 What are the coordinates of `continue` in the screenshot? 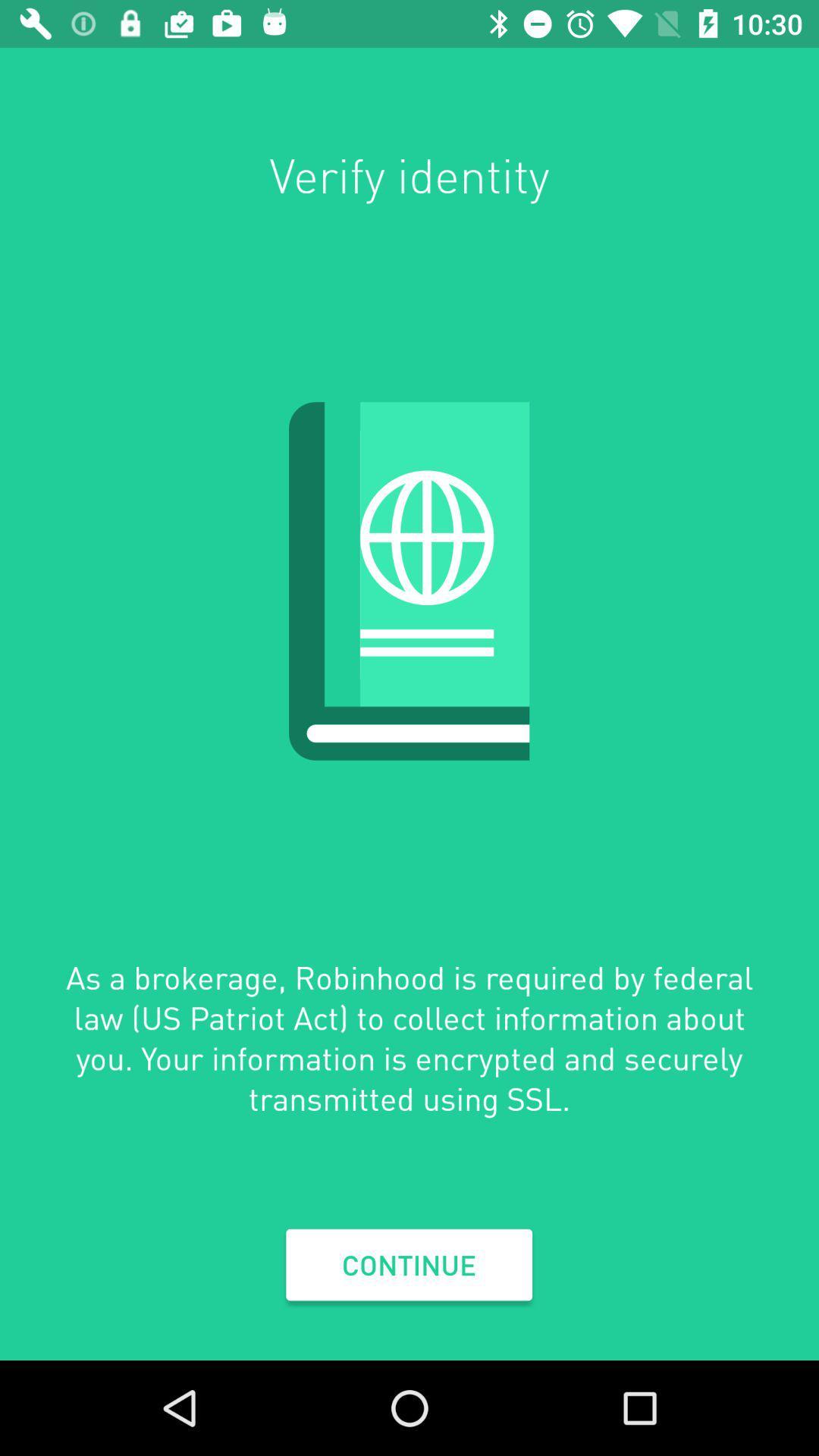 It's located at (408, 1265).